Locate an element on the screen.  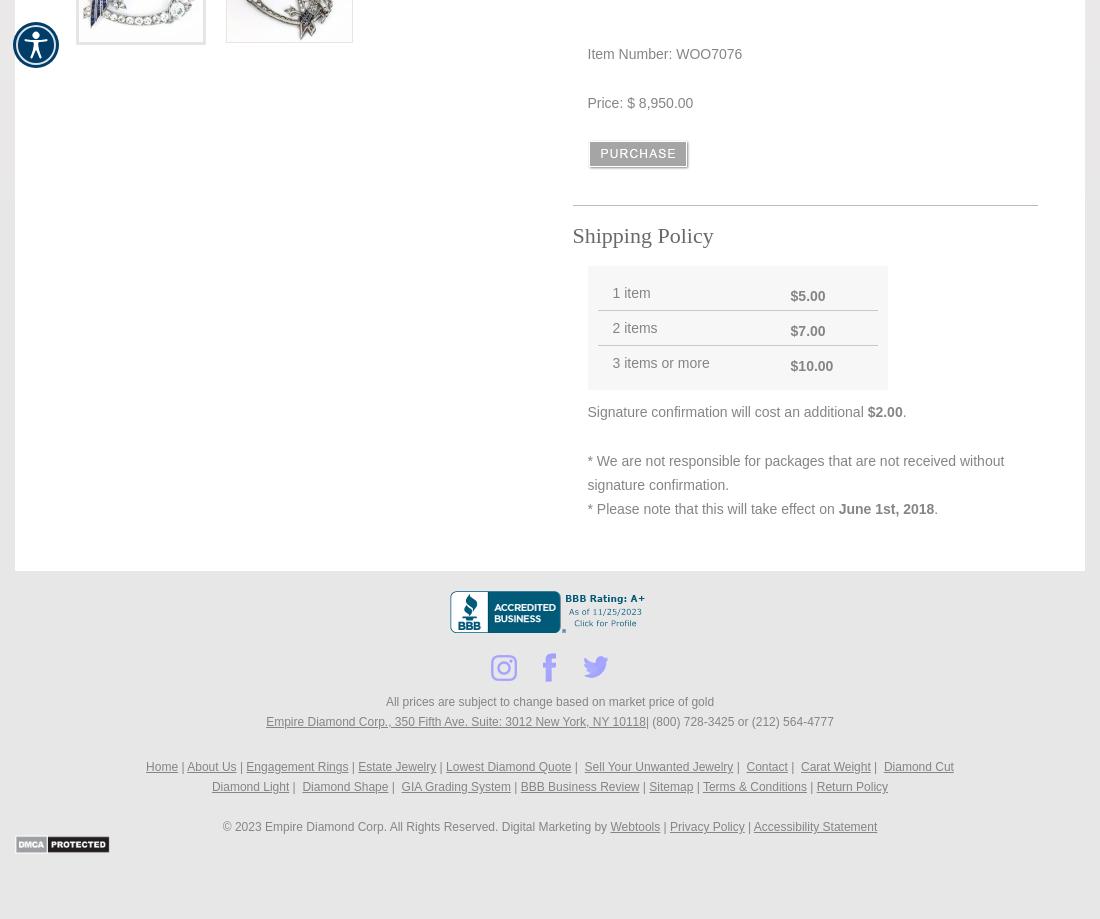
'© 2023 Empire Diamond Corp. All Rights Reserved. Digital Marketing by' is located at coordinates (415, 827).